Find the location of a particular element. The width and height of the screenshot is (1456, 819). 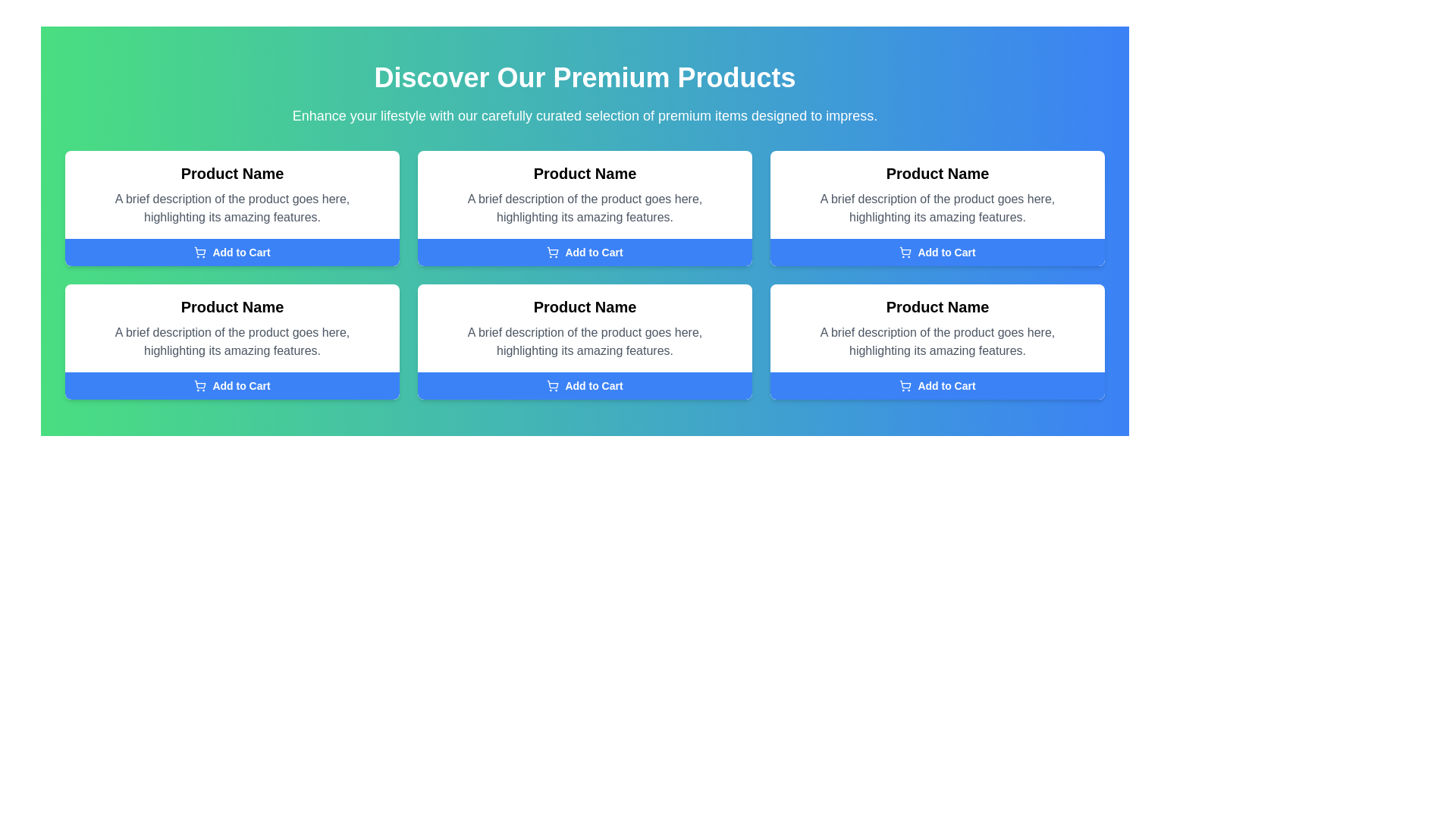

Text Label that serves as the title of the product, prominently displaying the product's name, located in the top-left product card of a grid is located at coordinates (231, 172).